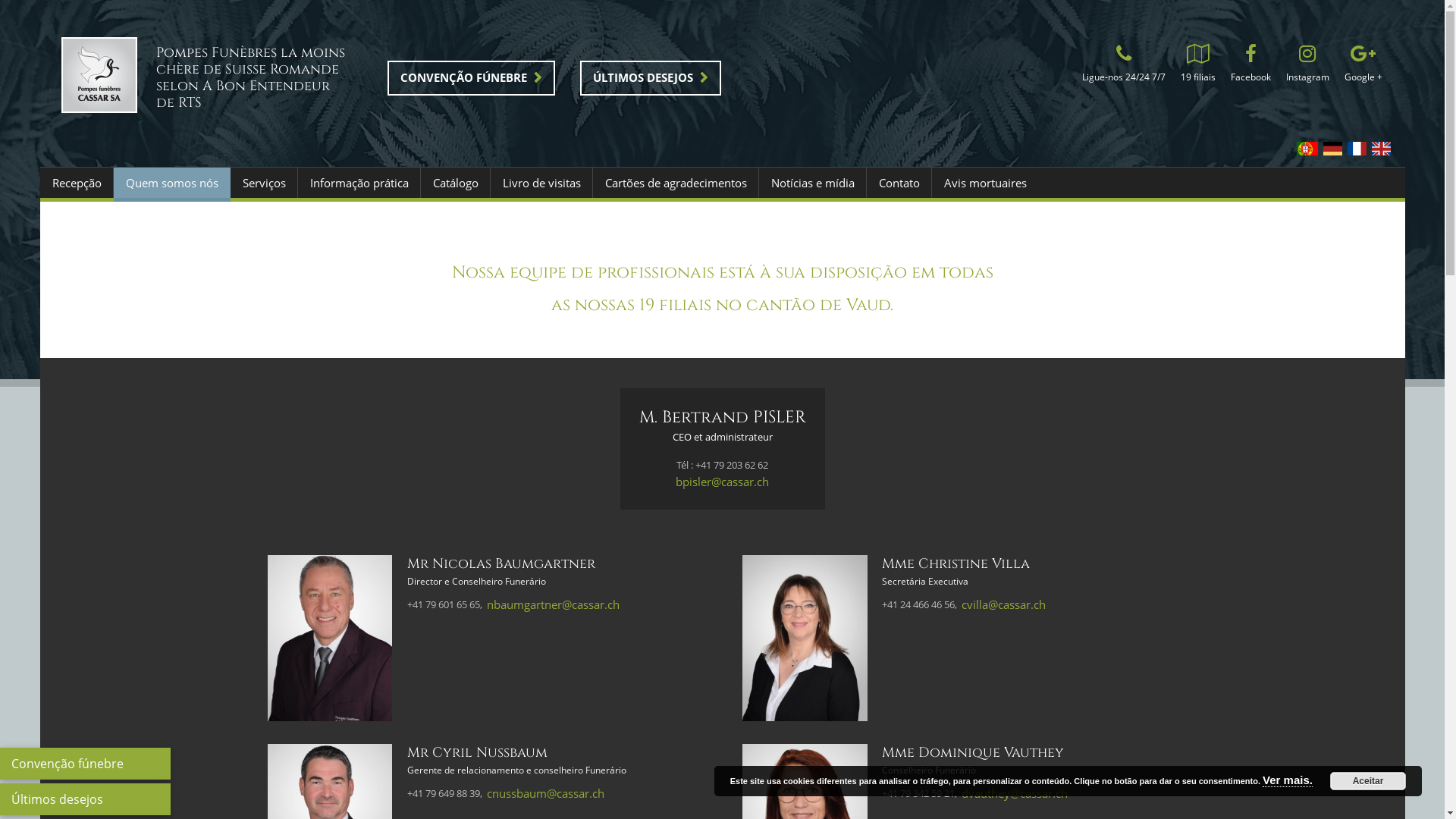  What do you see at coordinates (1307, 65) in the screenshot?
I see `'Instagram'` at bounding box center [1307, 65].